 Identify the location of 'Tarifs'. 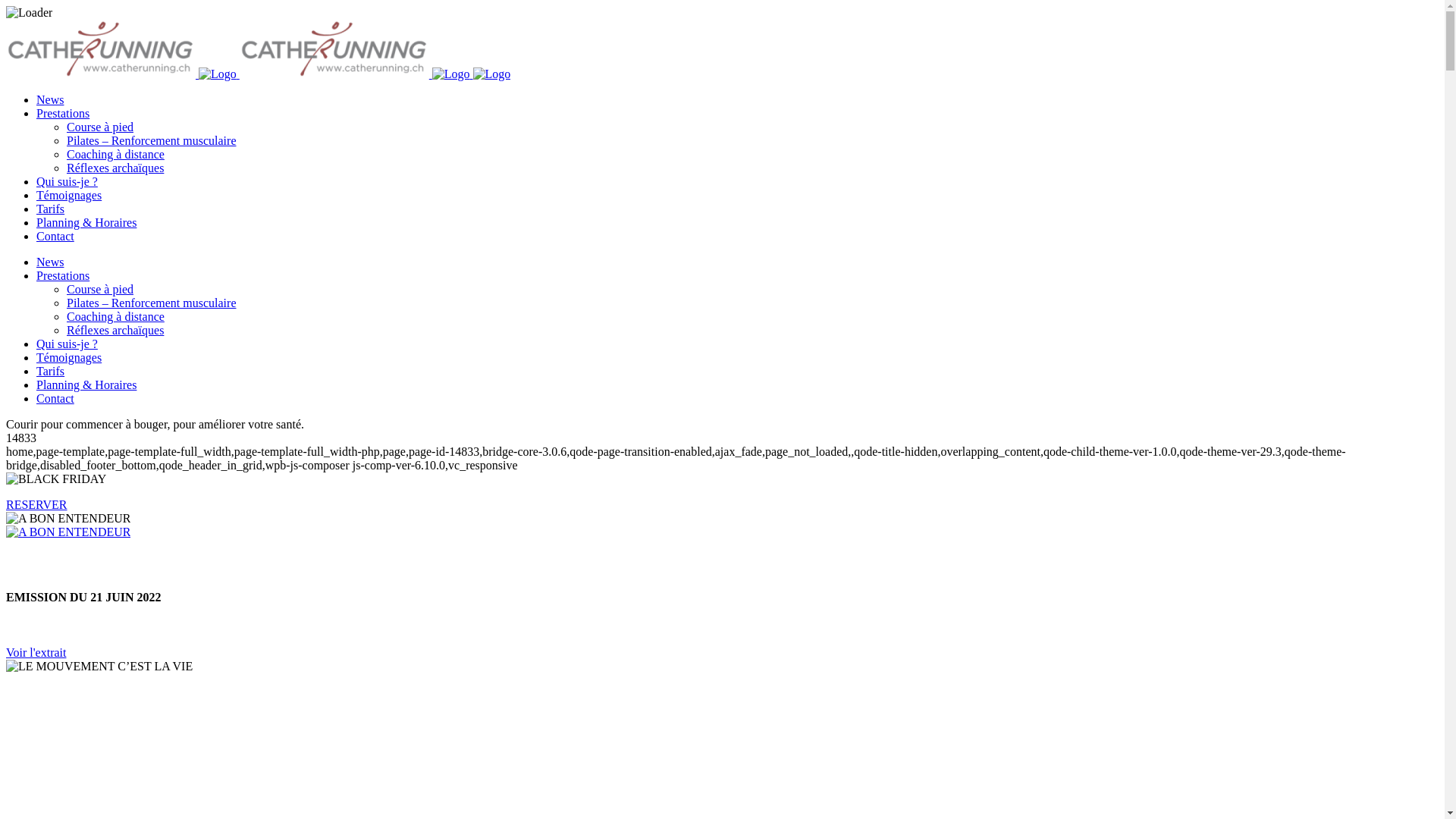
(50, 209).